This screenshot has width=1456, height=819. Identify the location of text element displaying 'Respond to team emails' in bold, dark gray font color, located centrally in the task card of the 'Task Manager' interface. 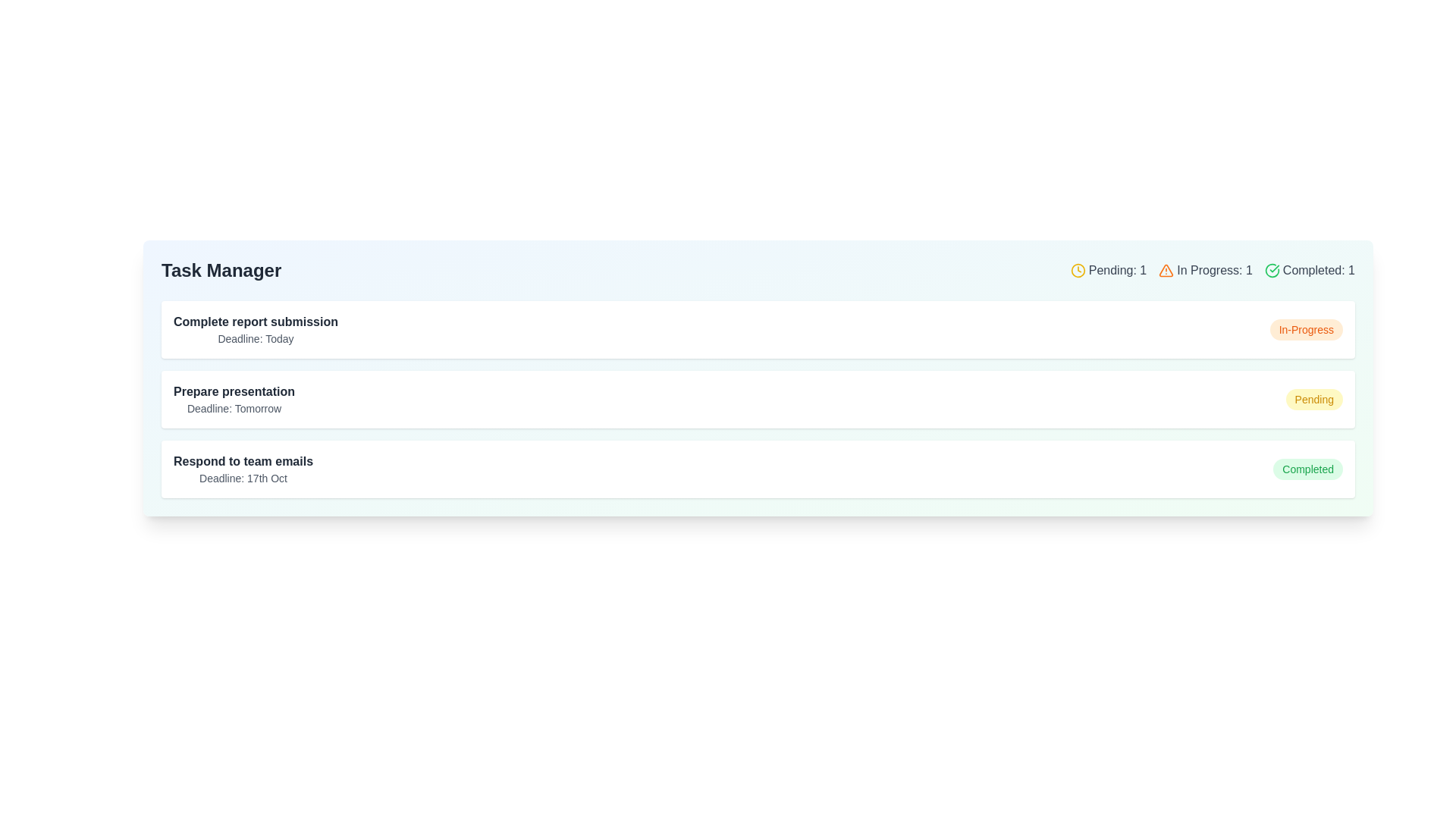
(243, 461).